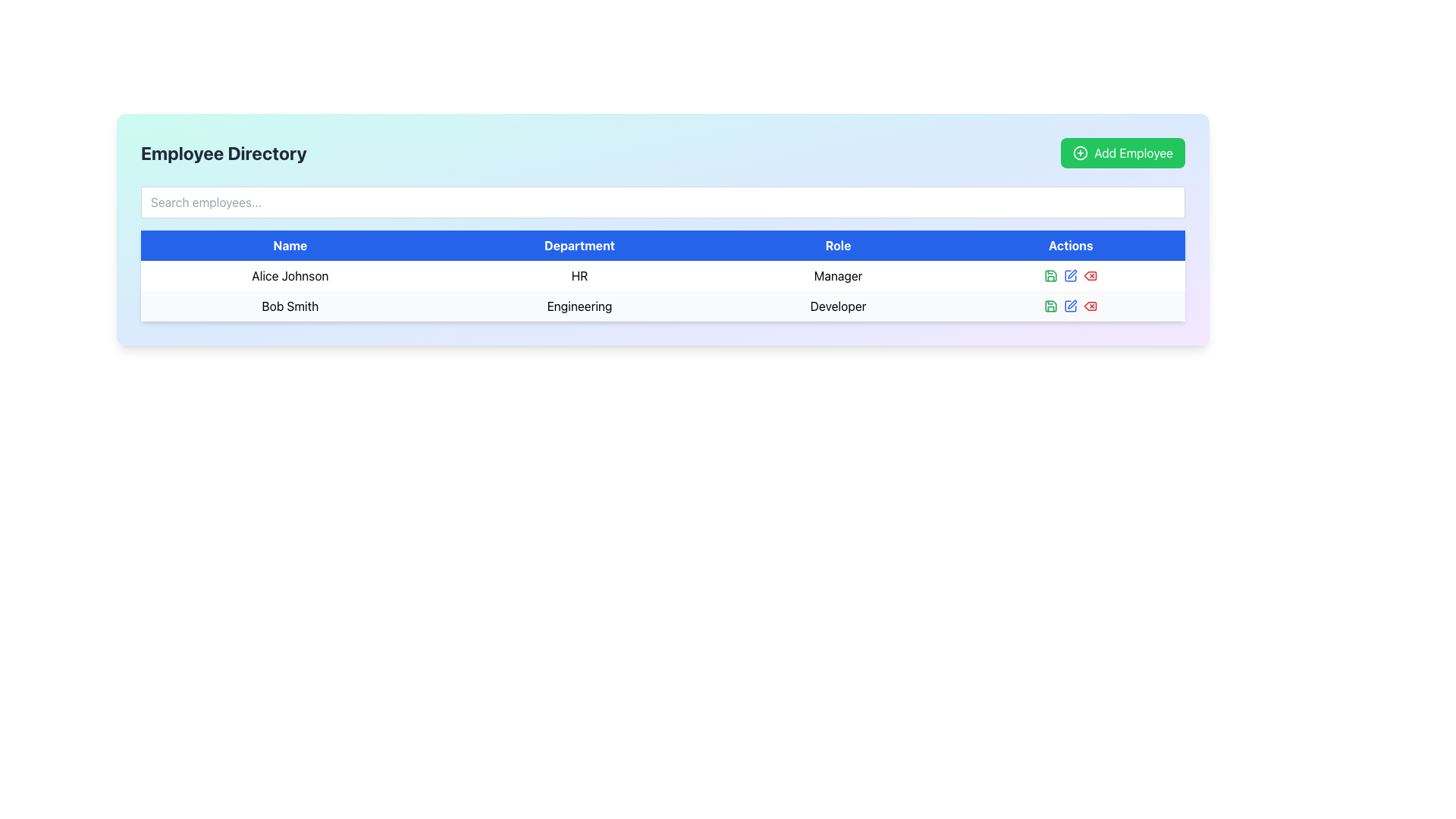  I want to click on the delete button in the 'Actions' column for the row associated with the 'Manager' role, so click(1090, 275).